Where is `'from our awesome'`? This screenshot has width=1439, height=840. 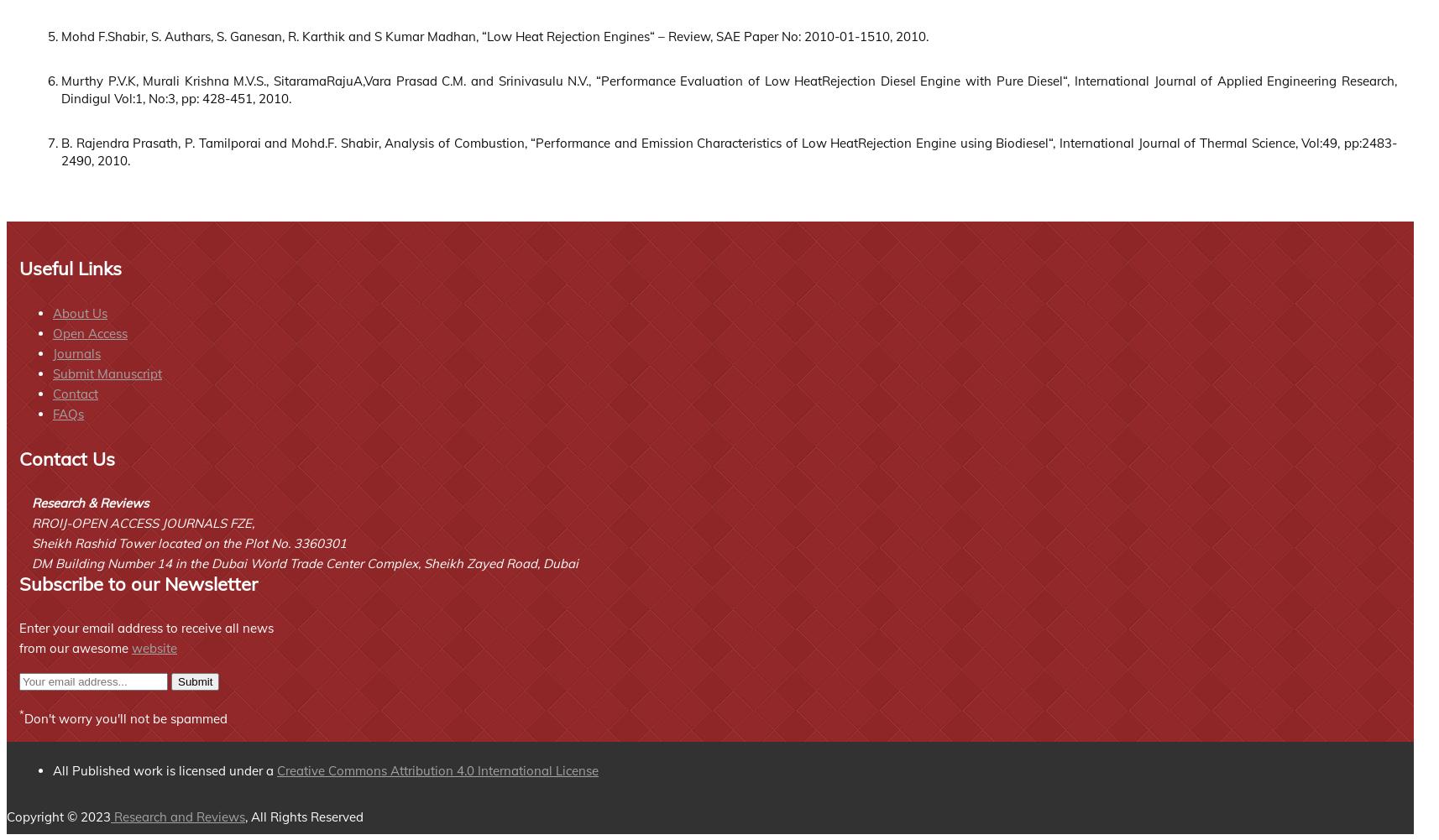 'from our awesome' is located at coordinates (74, 648).